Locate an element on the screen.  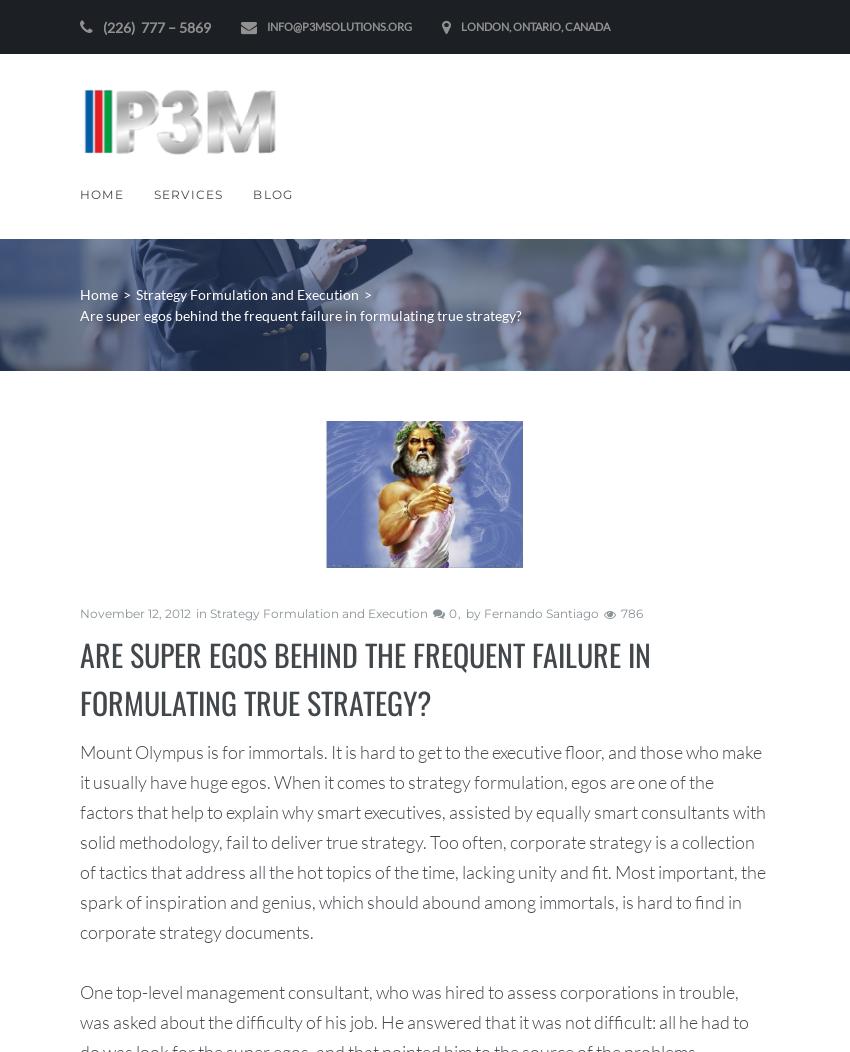
'info@p3msolutions.org' is located at coordinates (339, 25).